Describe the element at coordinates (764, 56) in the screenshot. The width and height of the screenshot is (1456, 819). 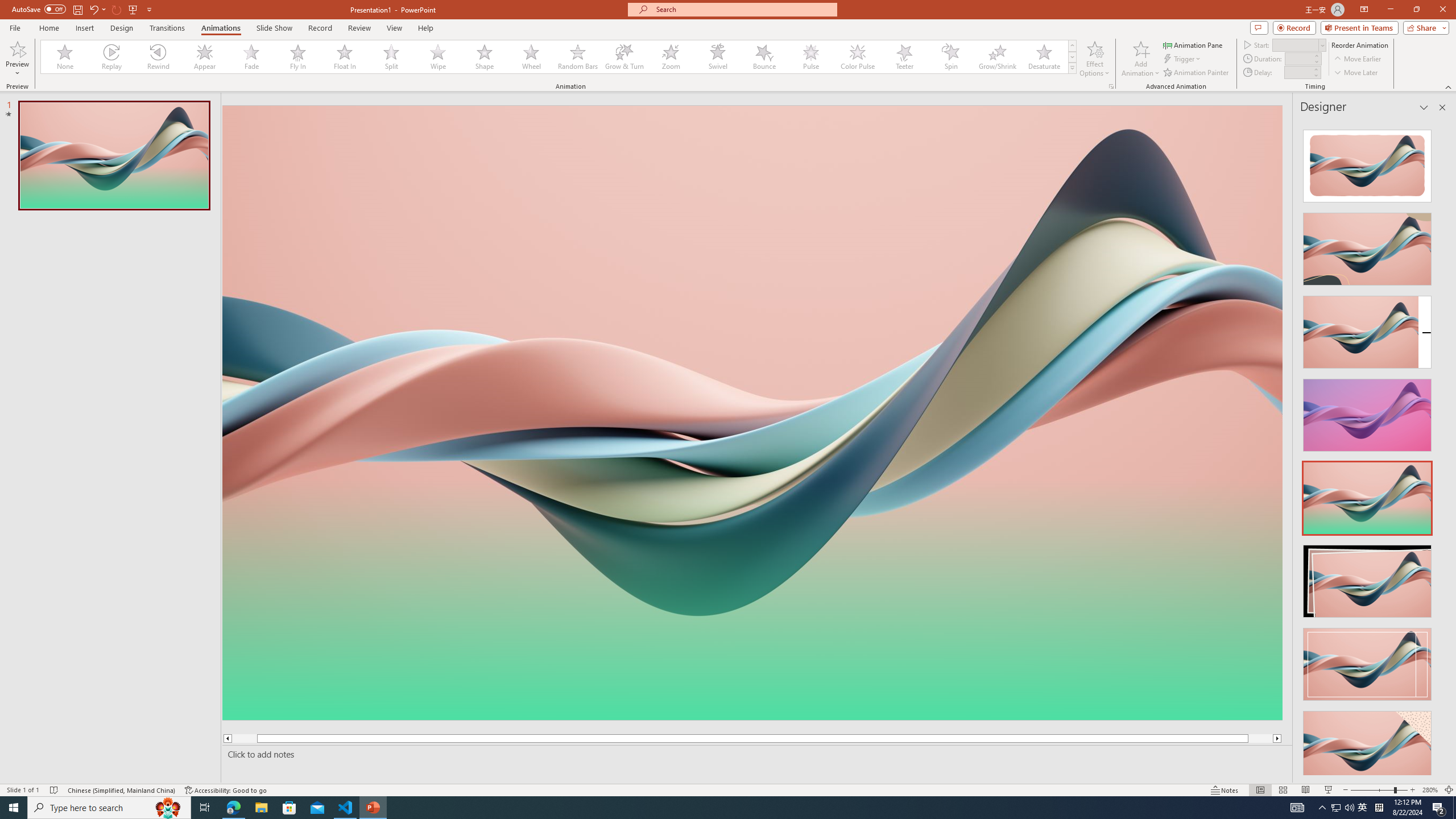
I see `'Bounce'` at that location.